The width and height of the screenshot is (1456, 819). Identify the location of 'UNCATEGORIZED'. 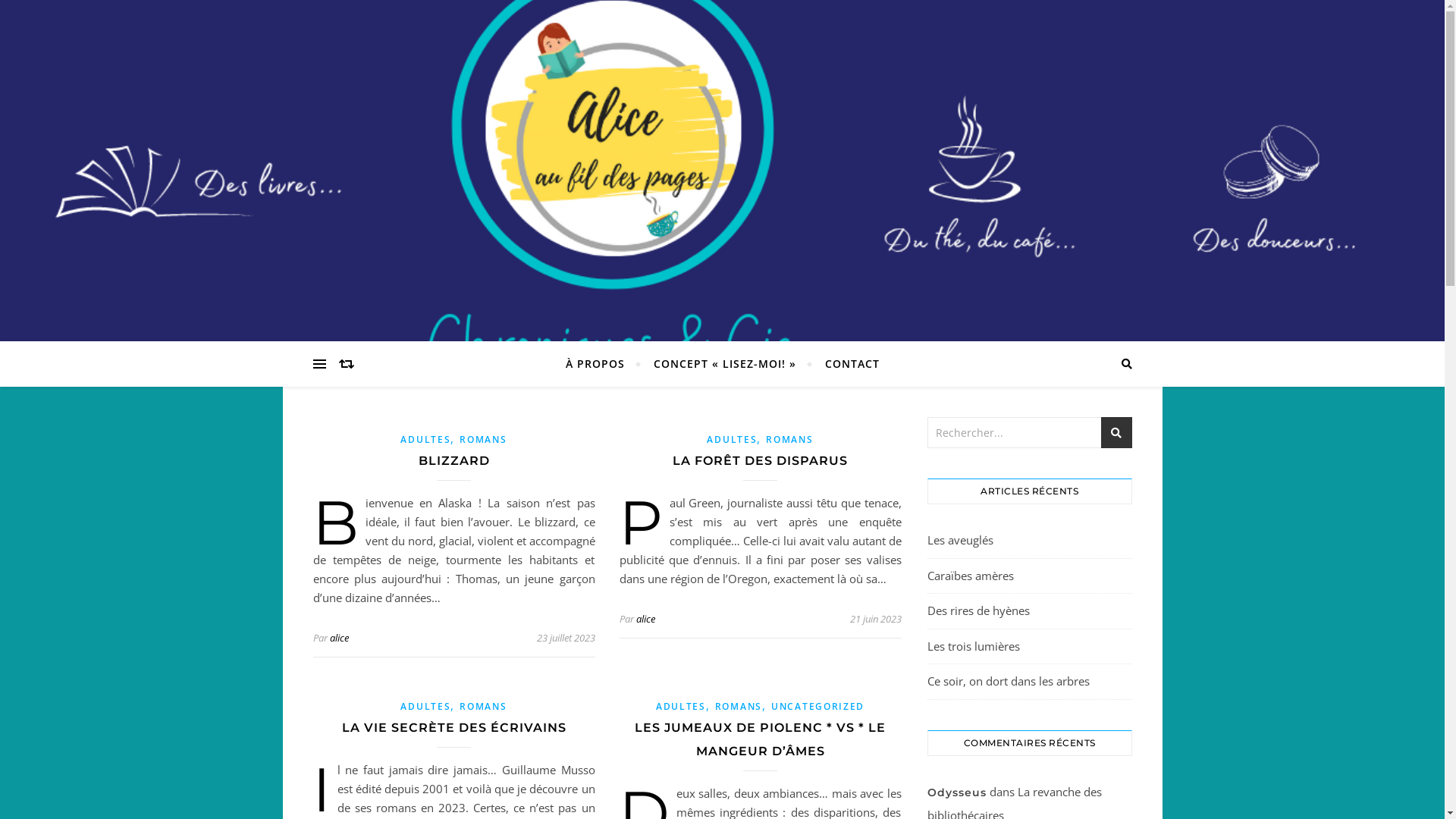
(817, 706).